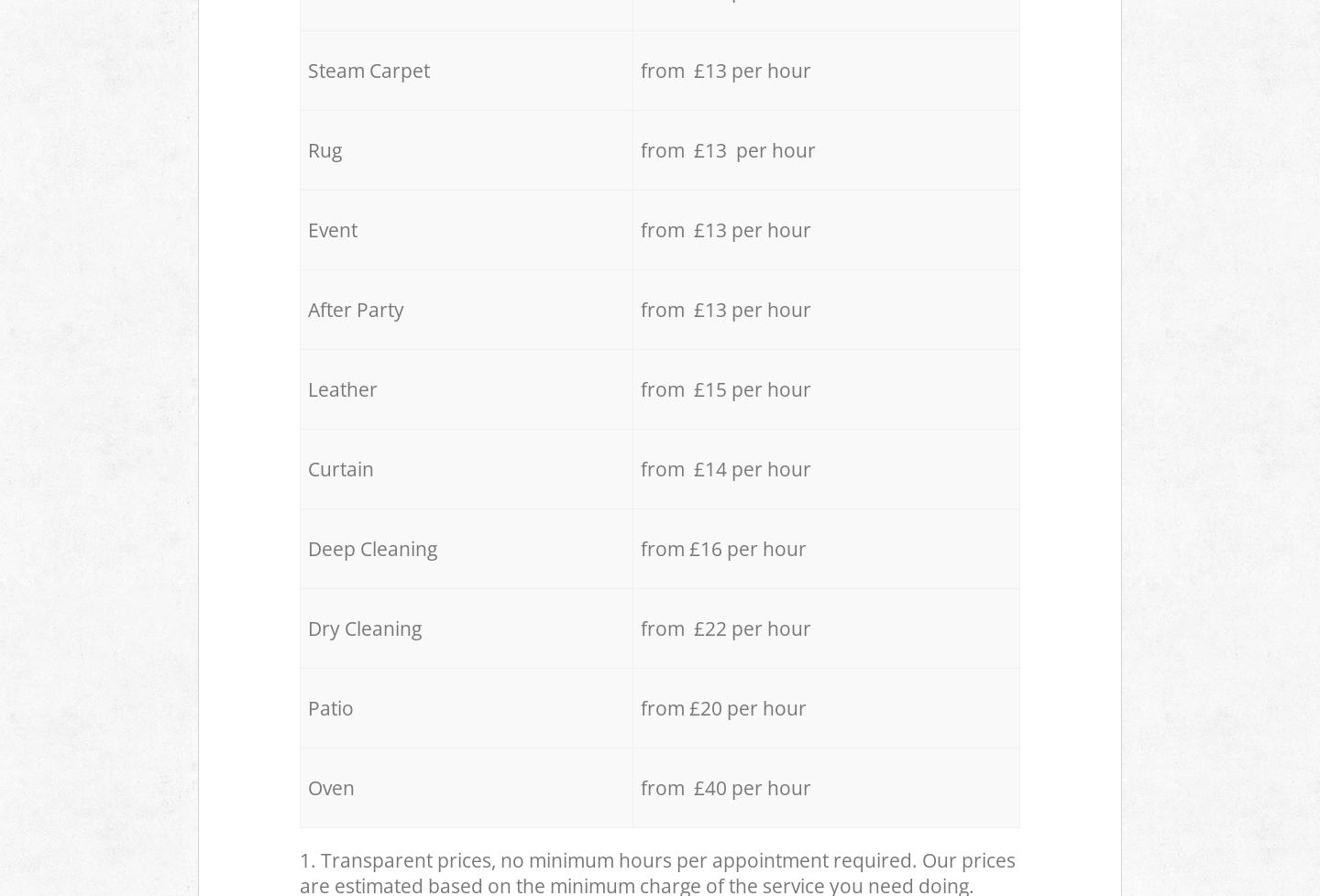 The height and width of the screenshot is (896, 1320). I want to click on 'from £20 per hour', so click(723, 706).